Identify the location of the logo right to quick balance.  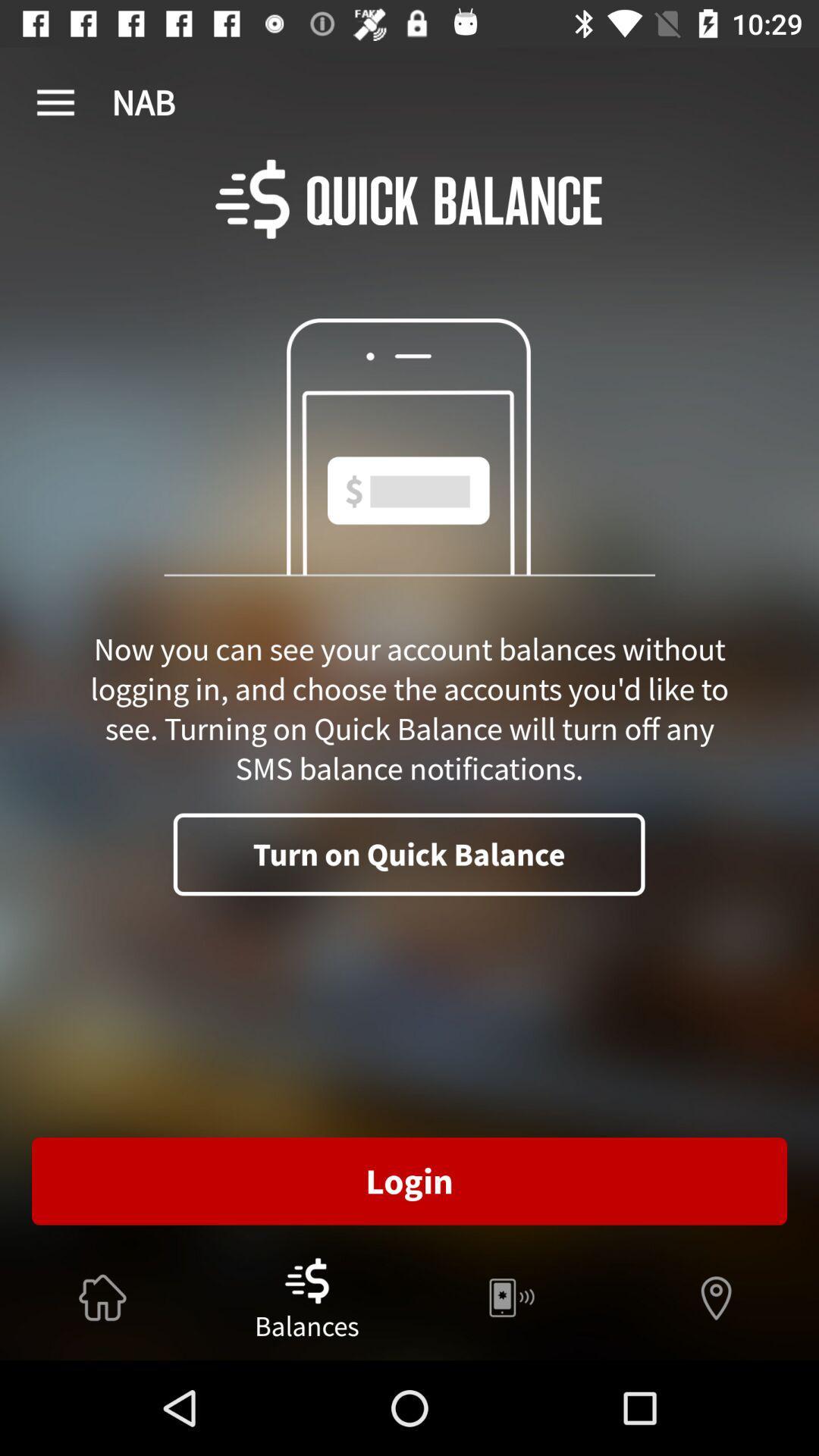
(251, 198).